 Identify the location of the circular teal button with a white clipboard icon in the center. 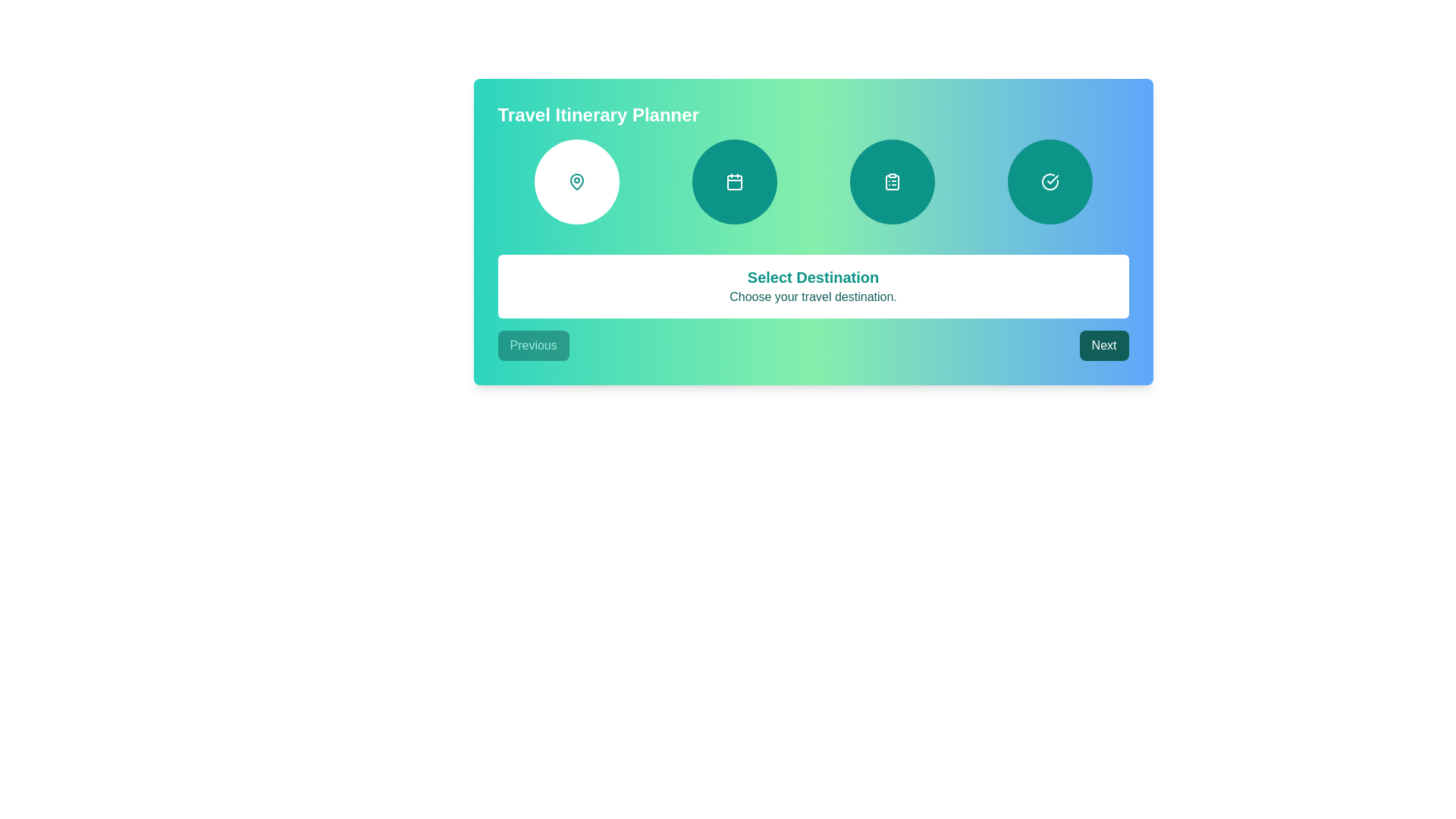
(892, 180).